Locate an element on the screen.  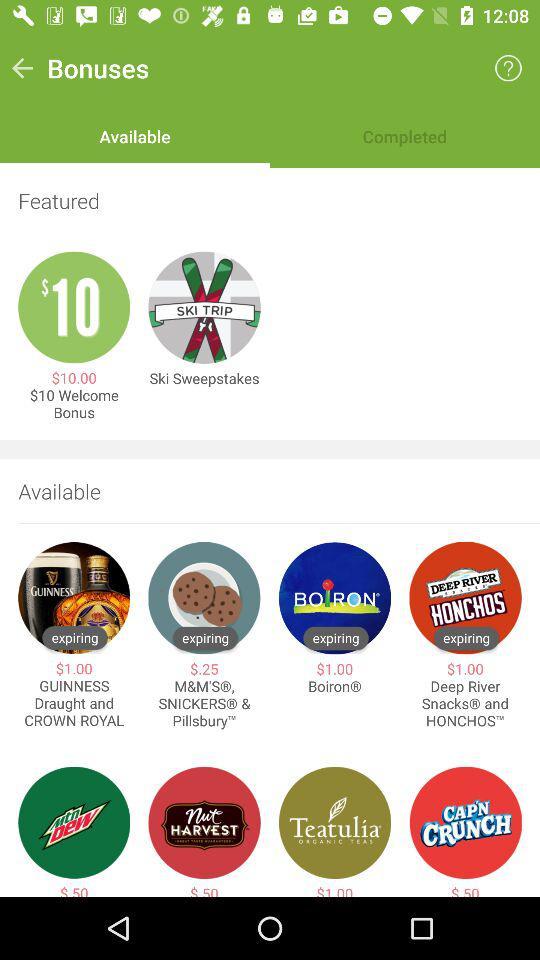
the icon to the right of the bonuses icon is located at coordinates (508, 68).